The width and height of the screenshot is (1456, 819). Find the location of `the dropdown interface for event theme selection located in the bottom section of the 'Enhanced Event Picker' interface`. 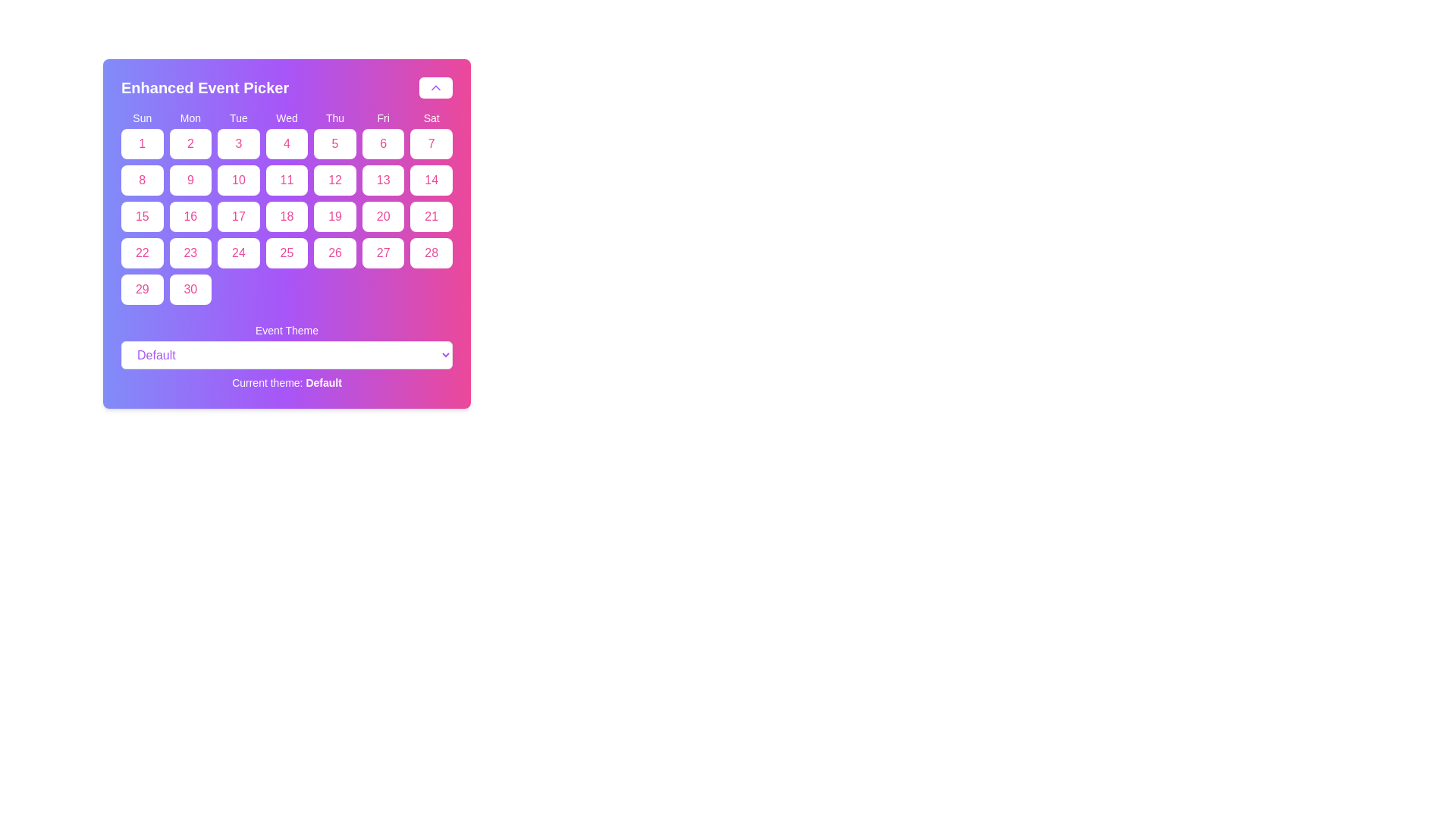

the dropdown interface for event theme selection located in the bottom section of the 'Enhanced Event Picker' interface is located at coordinates (287, 356).